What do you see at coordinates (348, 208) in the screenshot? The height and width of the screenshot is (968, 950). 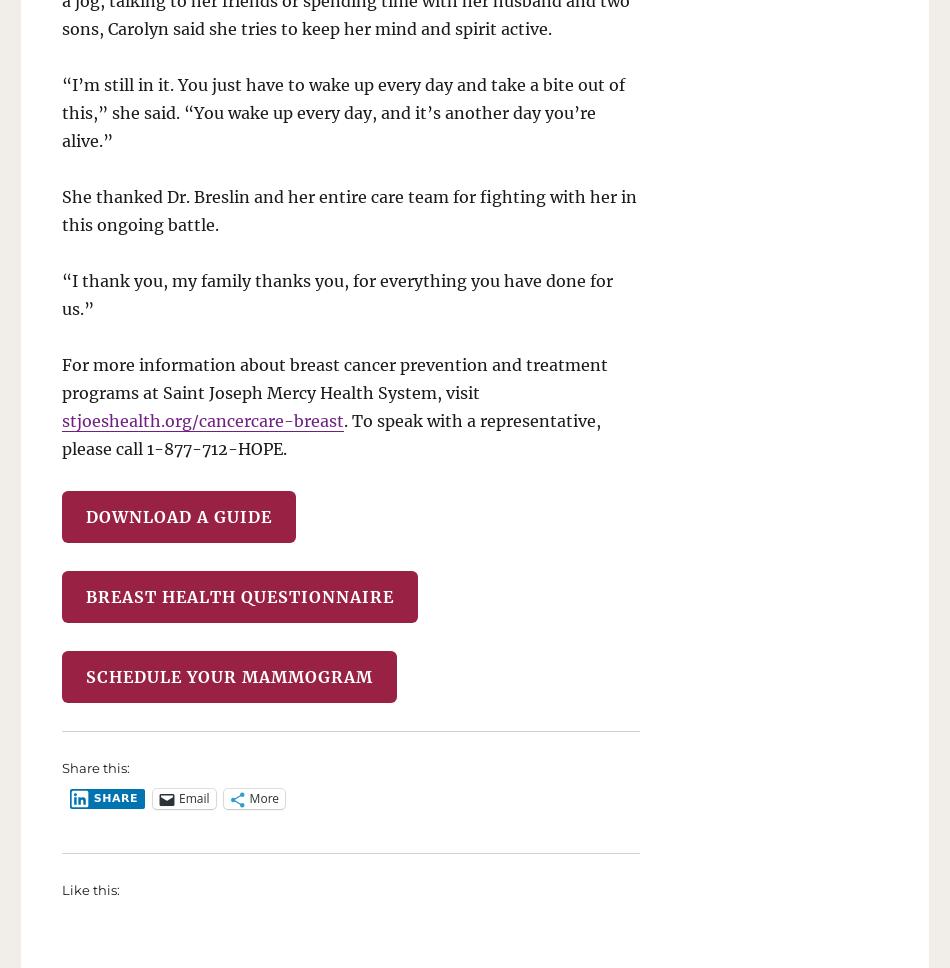 I see `'She thanked Dr. Breslin and her entire care team for fighting with her in this ongoing battle.'` at bounding box center [348, 208].